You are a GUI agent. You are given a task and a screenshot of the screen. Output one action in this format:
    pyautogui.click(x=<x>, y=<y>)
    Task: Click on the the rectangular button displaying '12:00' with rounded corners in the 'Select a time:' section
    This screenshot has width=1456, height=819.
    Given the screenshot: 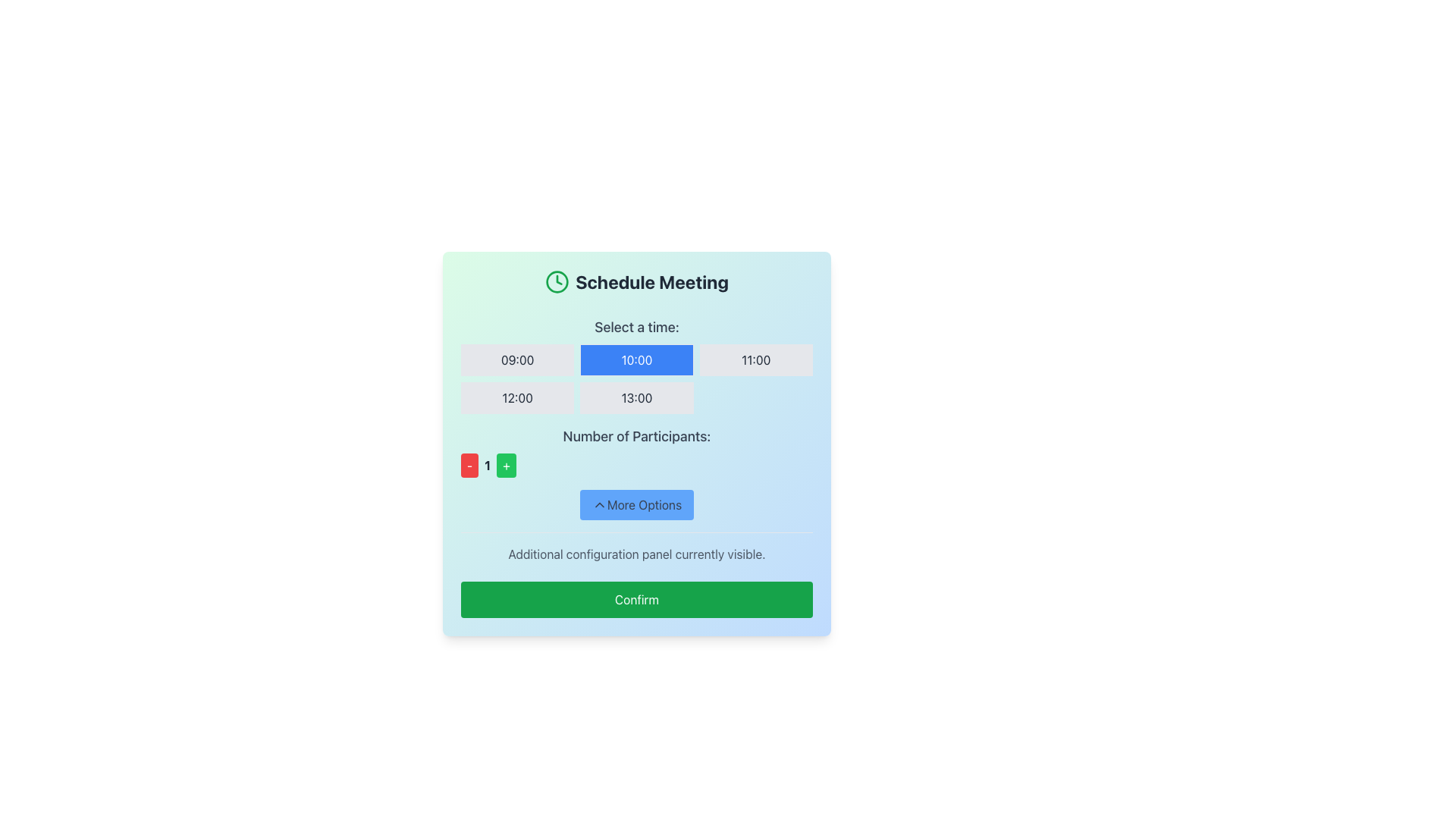 What is the action you would take?
    pyautogui.click(x=517, y=397)
    